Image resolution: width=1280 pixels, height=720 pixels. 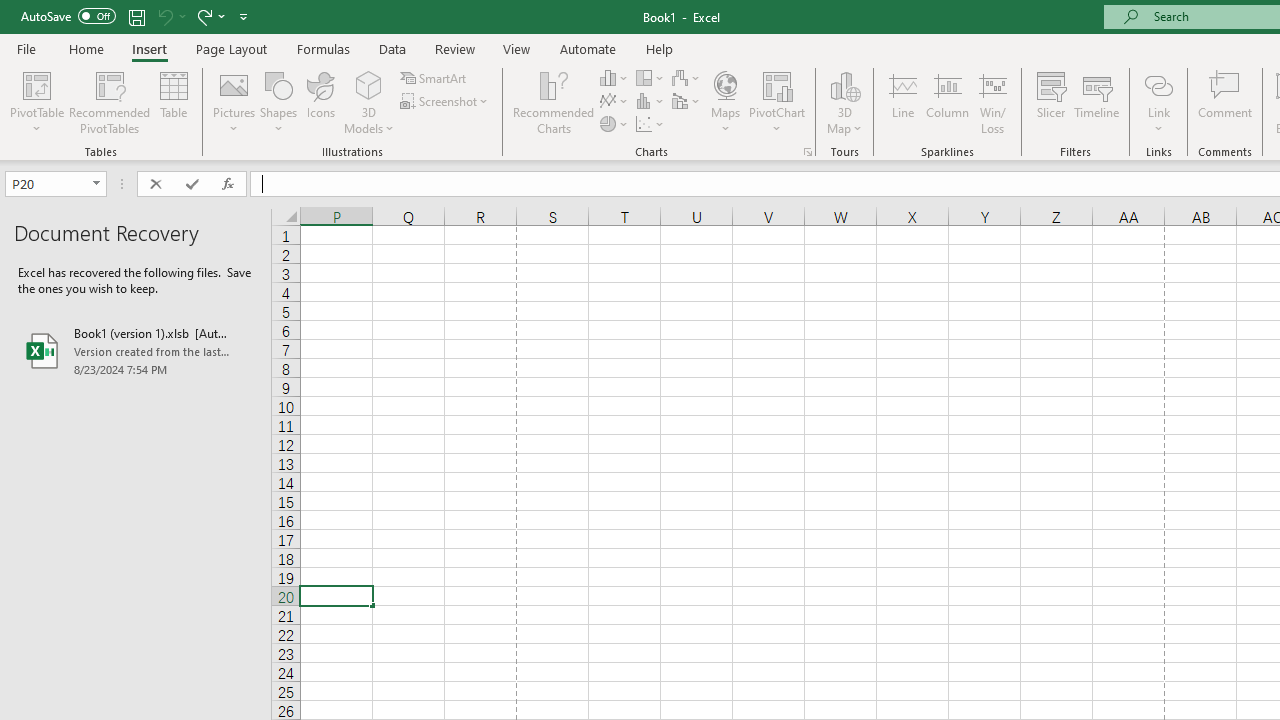 I want to click on 'Win/Loss', so click(x=992, y=103).